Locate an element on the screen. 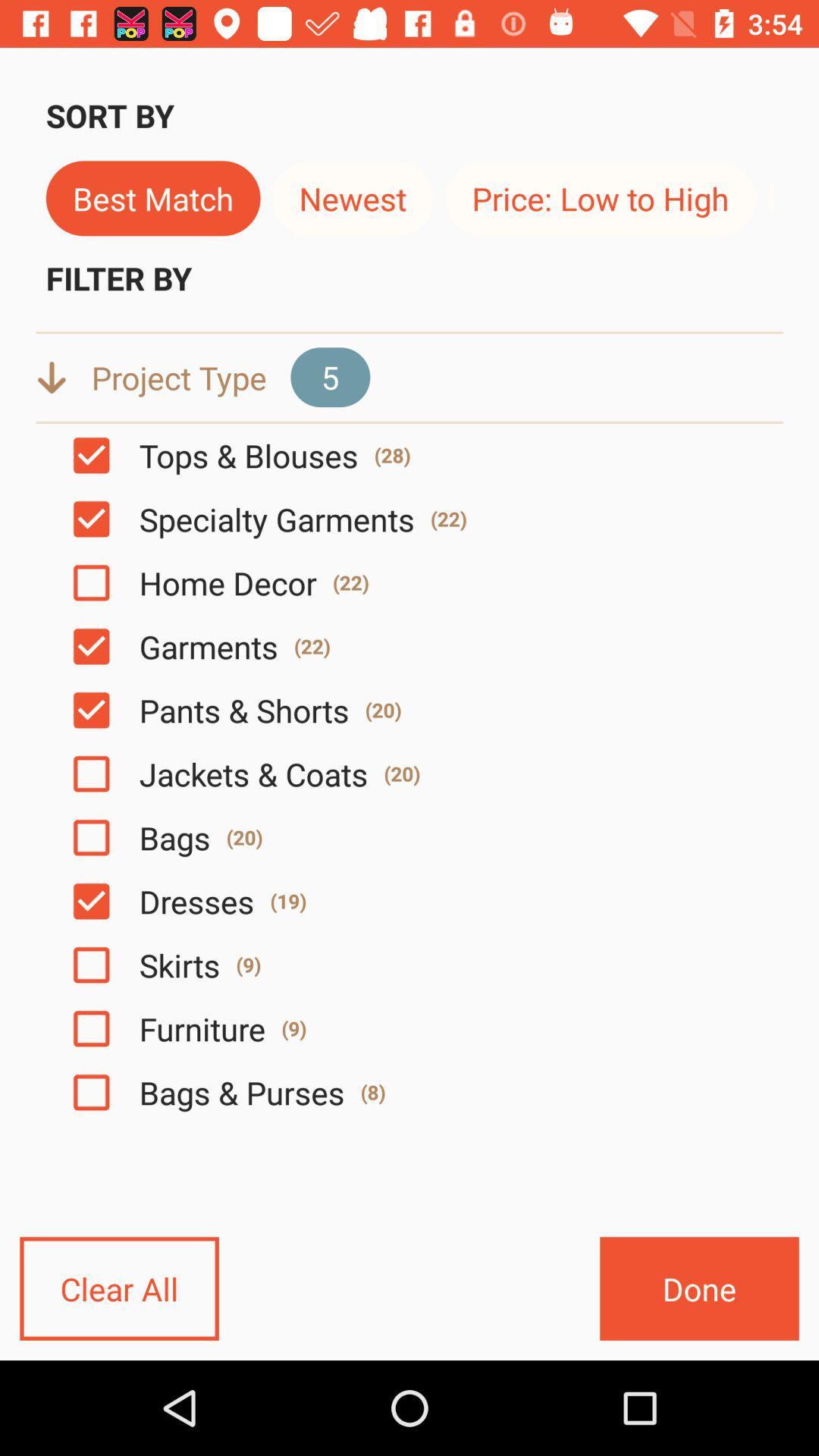 This screenshot has height=1456, width=819. the check box which has the text pants  shorts 20 is located at coordinates (91, 709).